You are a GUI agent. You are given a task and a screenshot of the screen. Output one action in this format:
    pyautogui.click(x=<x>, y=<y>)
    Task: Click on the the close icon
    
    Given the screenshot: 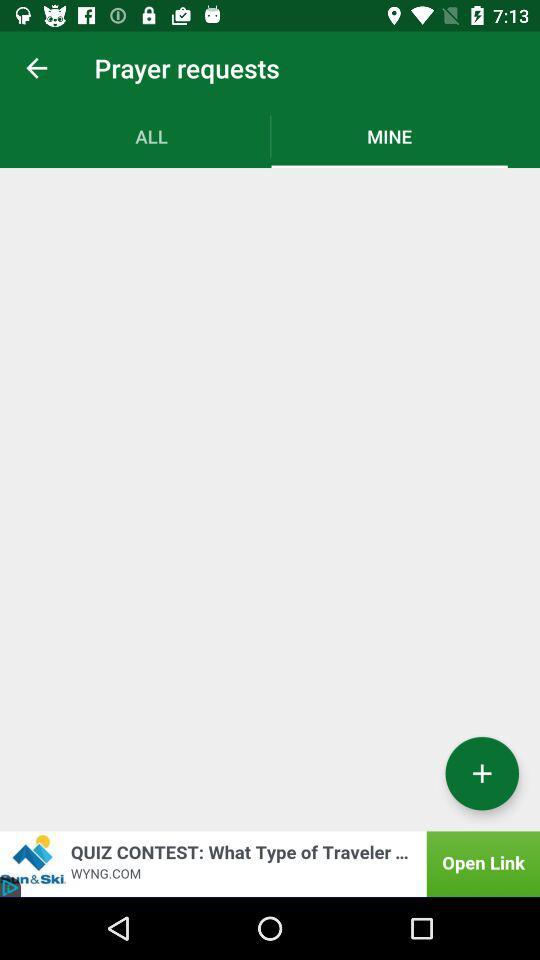 What is the action you would take?
    pyautogui.click(x=36, y=864)
    